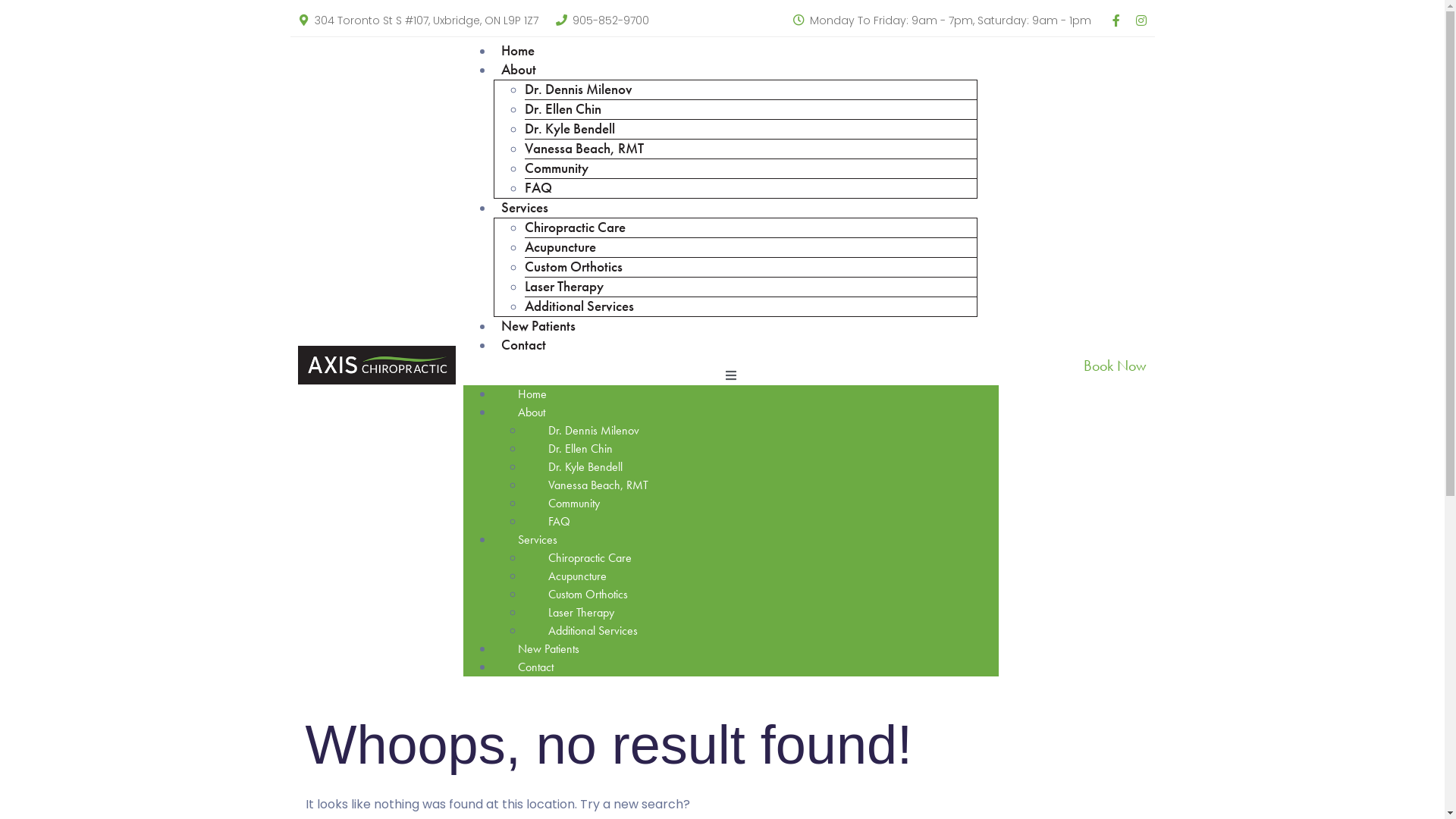  I want to click on 'Services', so click(538, 538).